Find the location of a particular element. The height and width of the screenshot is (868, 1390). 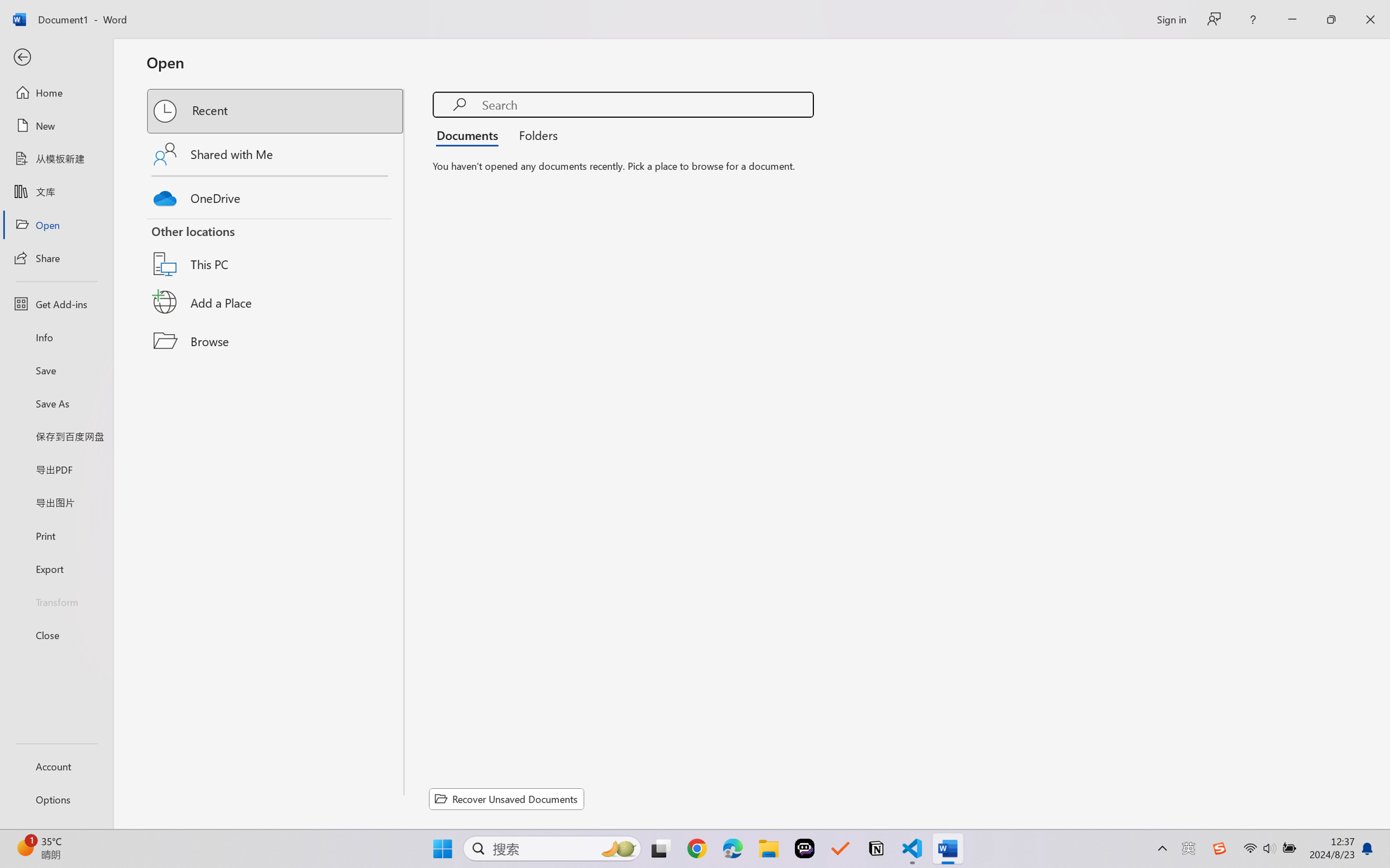

'Recent' is located at coordinates (276, 110).